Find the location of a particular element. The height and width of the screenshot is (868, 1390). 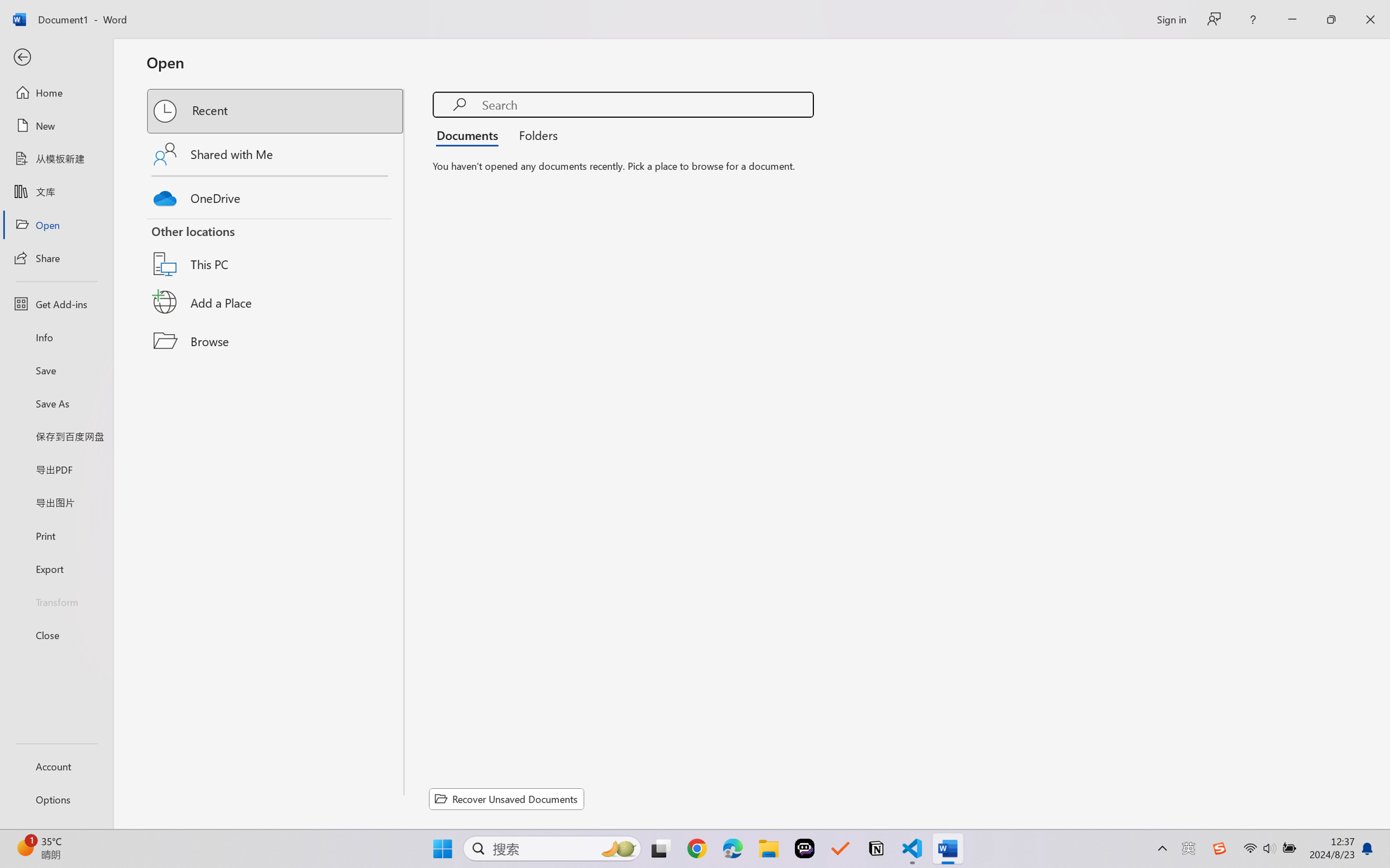

'Recent' is located at coordinates (276, 110).